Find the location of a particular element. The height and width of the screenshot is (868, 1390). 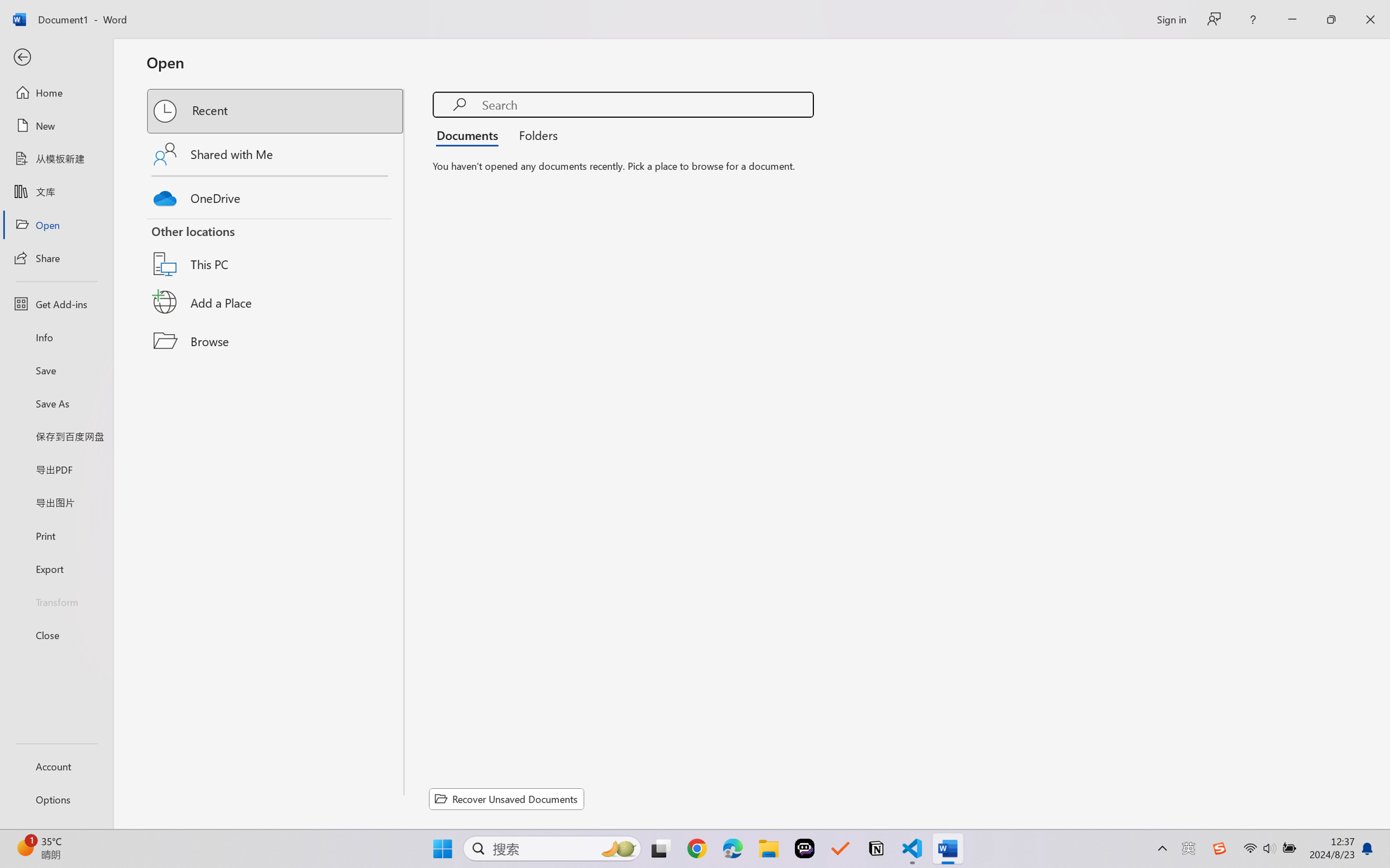

'Recent' is located at coordinates (276, 110).